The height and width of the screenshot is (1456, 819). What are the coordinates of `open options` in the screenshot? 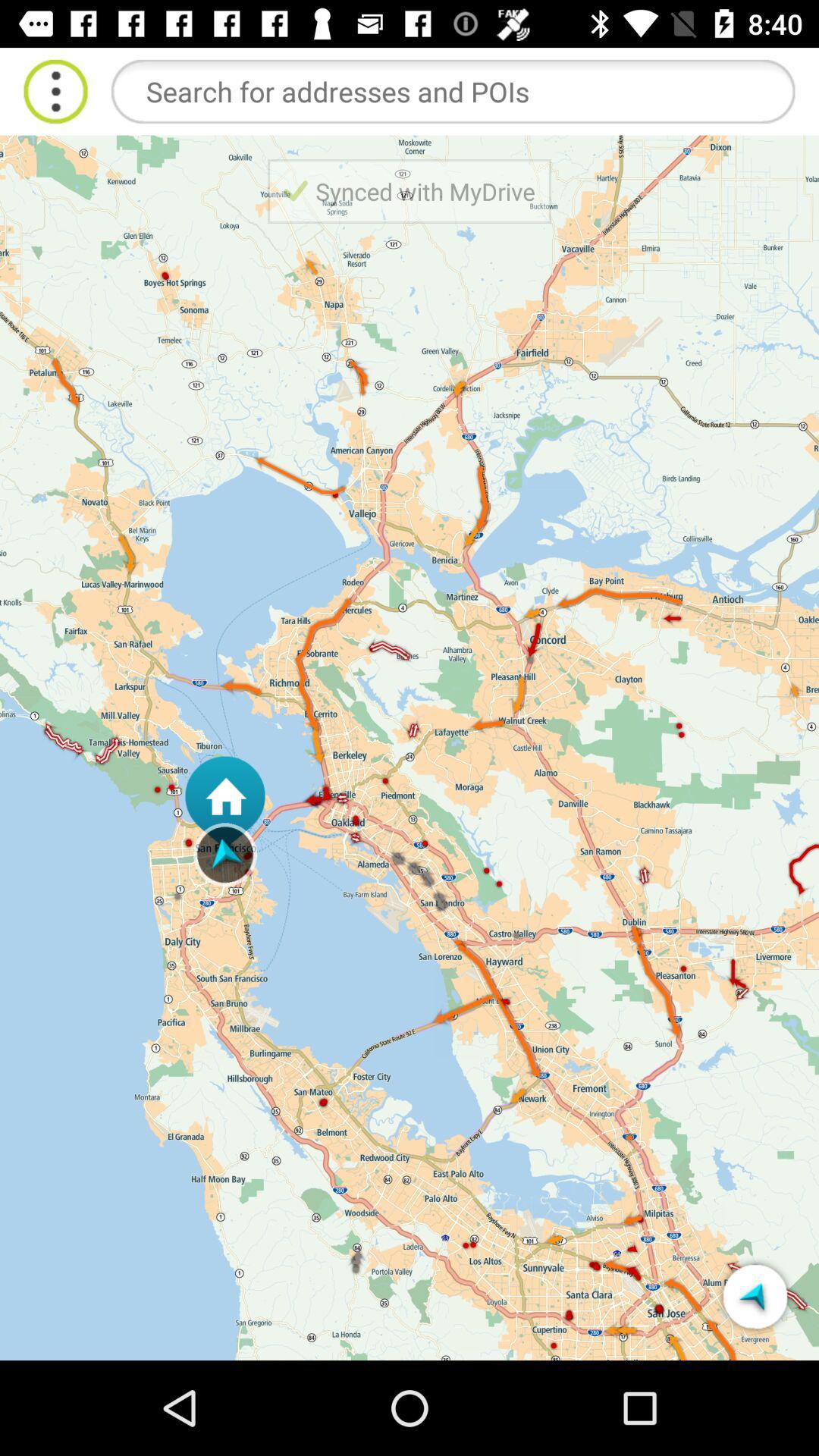 It's located at (55, 90).